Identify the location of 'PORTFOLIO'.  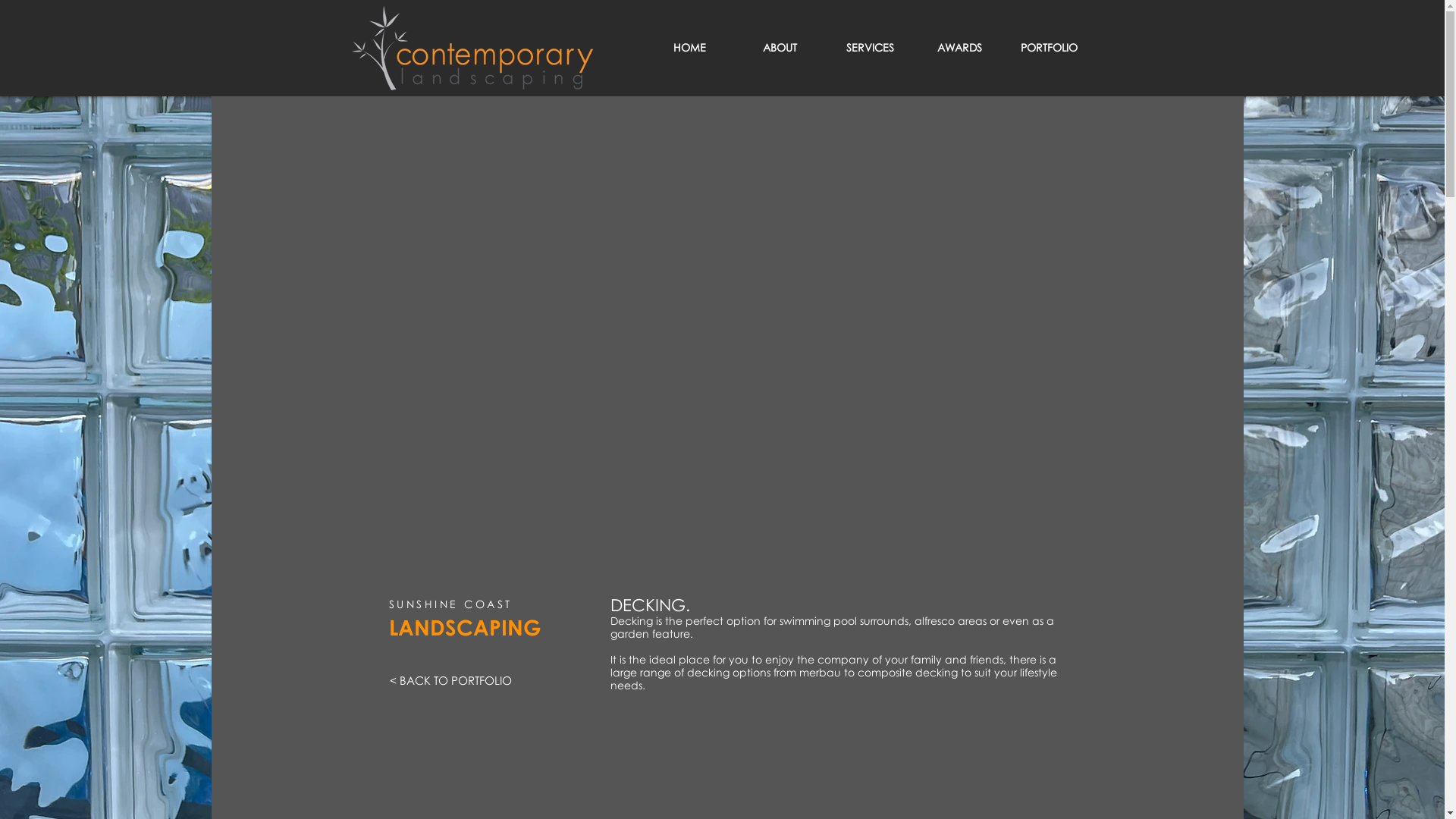
(1047, 46).